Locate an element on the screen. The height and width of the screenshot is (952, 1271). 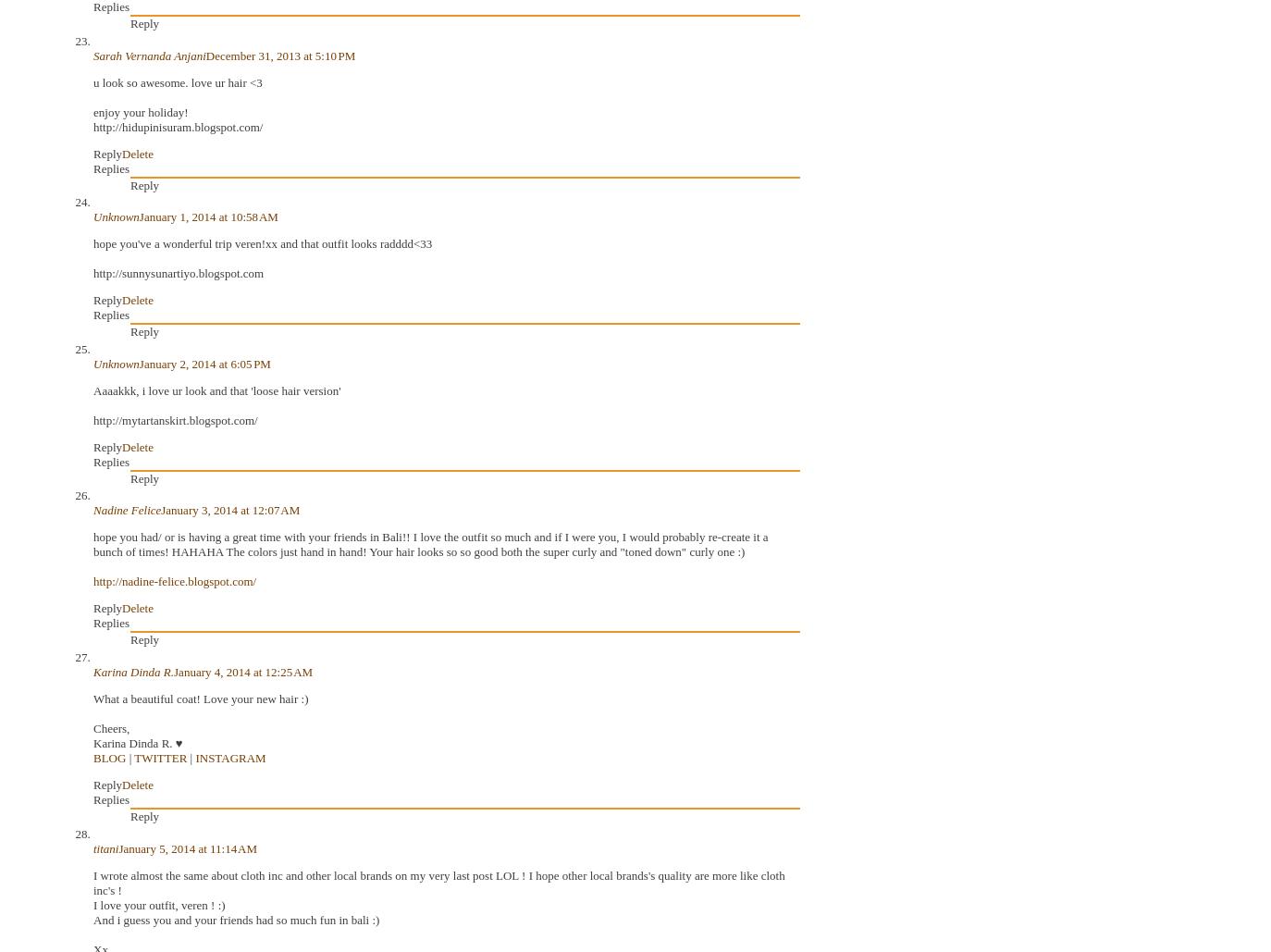
'Nadine Felice' is located at coordinates (126, 509).